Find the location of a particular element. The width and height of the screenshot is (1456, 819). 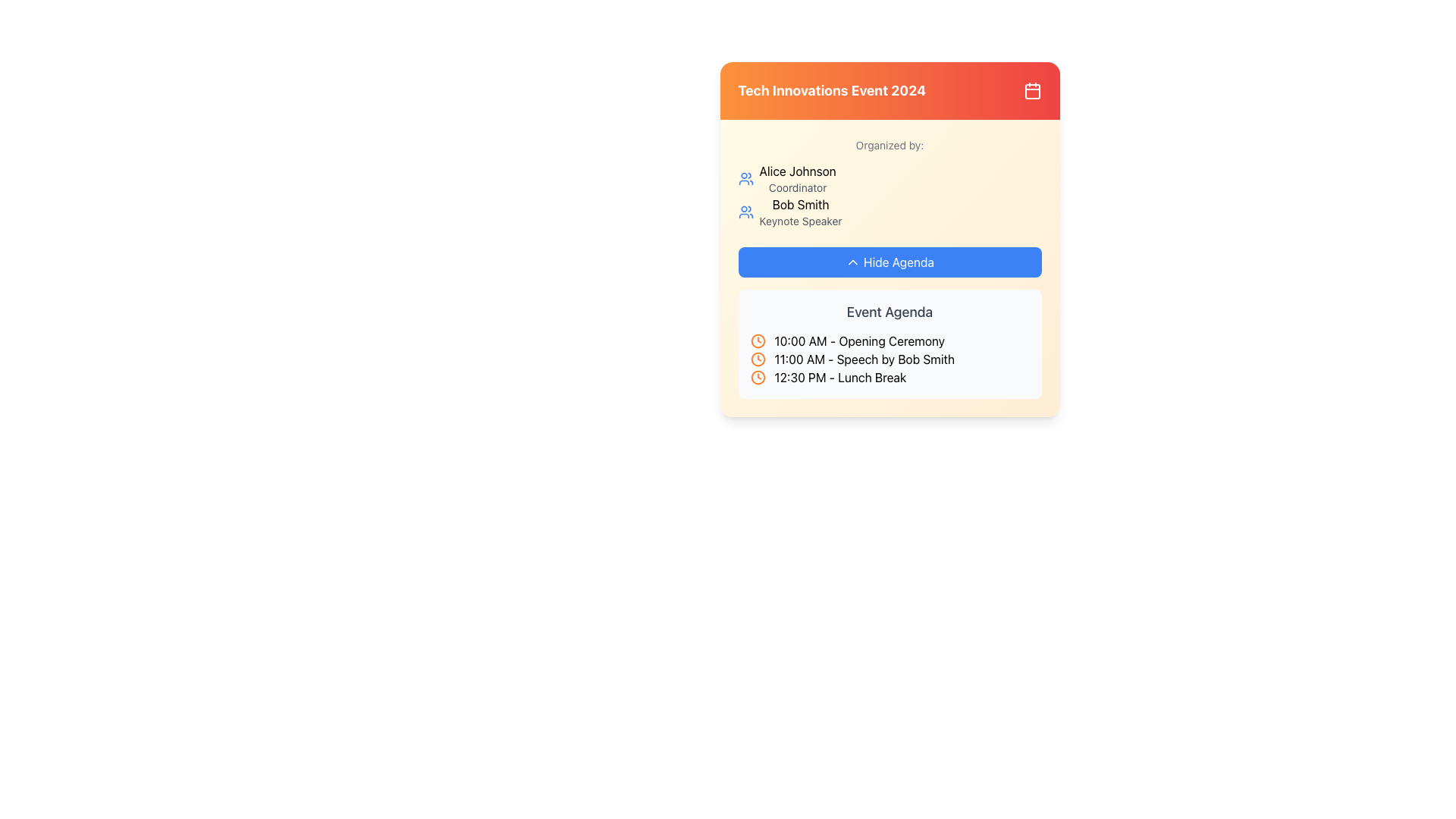

text content of the Text Label identifying 'Alice Johnson' with the title 'Coordinator', which is the first entry under the 'Organized by:' section is located at coordinates (797, 177).